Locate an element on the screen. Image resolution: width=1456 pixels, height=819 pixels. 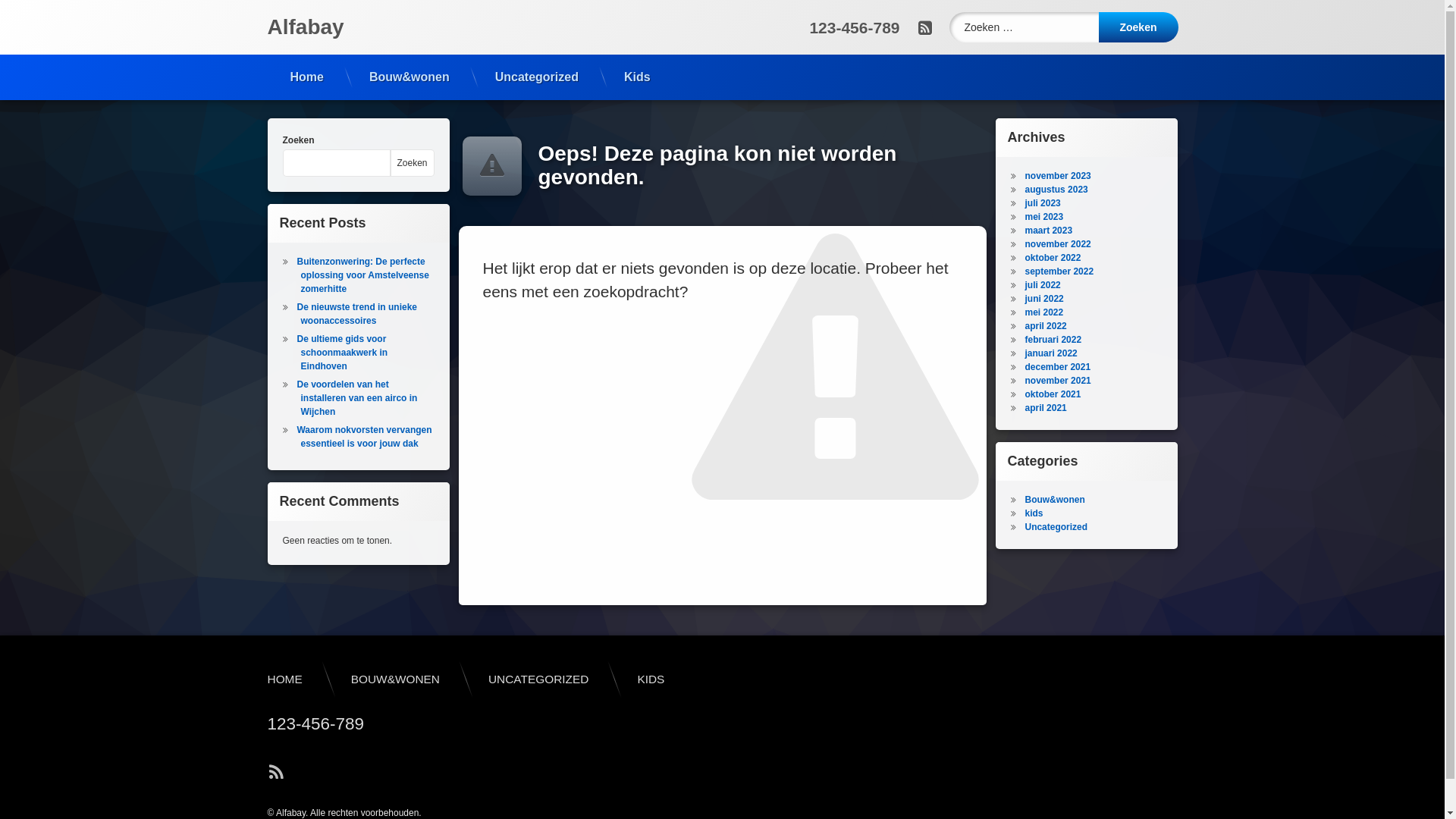
'mei 2023' is located at coordinates (1043, 216).